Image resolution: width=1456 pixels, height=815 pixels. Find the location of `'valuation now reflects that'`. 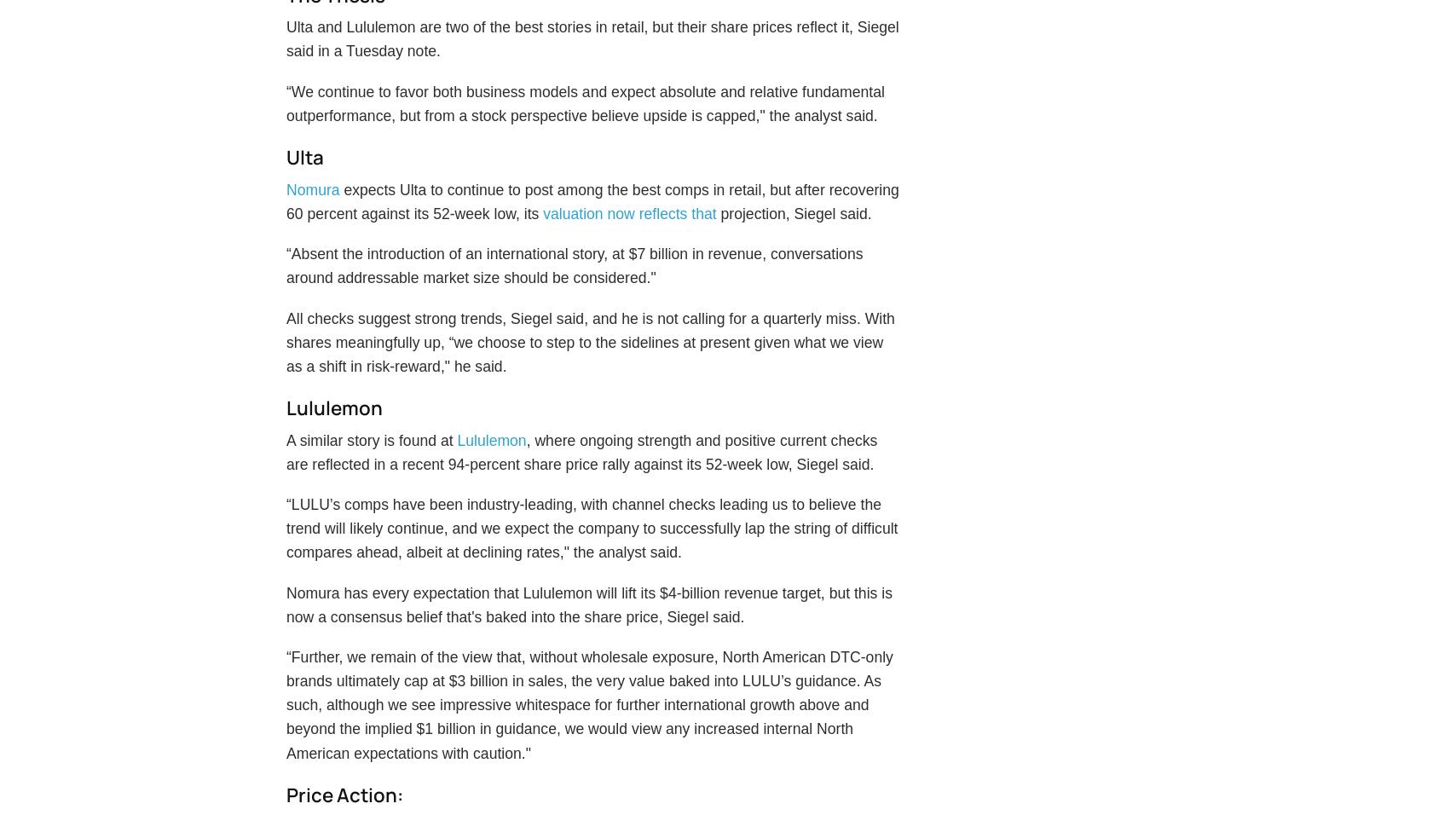

'valuation now reflects that' is located at coordinates (629, 252).